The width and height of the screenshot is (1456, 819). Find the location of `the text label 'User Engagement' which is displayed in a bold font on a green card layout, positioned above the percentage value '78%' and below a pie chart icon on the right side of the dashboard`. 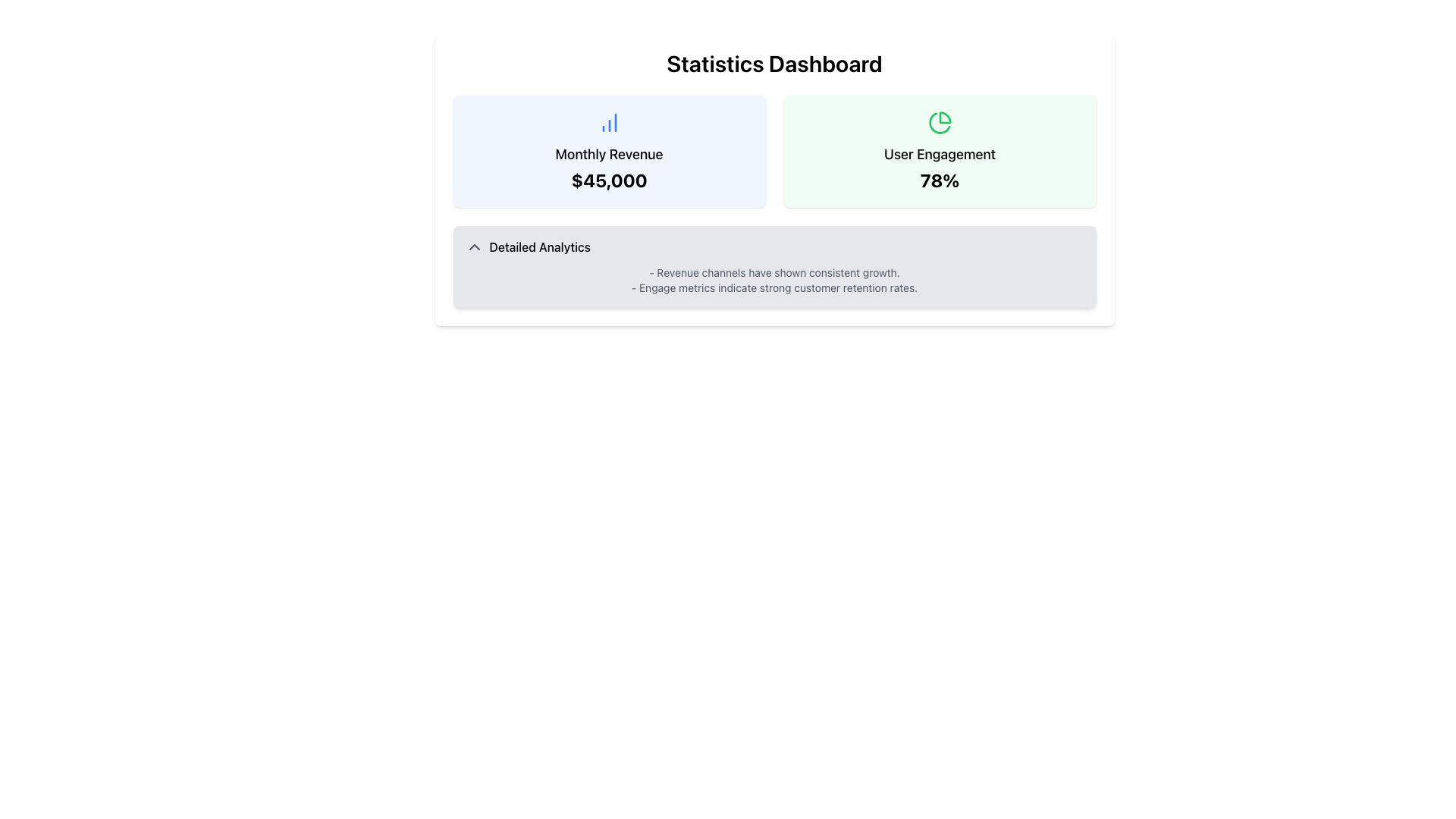

the text label 'User Engagement' which is displayed in a bold font on a green card layout, positioned above the percentage value '78%' and below a pie chart icon on the right side of the dashboard is located at coordinates (939, 155).